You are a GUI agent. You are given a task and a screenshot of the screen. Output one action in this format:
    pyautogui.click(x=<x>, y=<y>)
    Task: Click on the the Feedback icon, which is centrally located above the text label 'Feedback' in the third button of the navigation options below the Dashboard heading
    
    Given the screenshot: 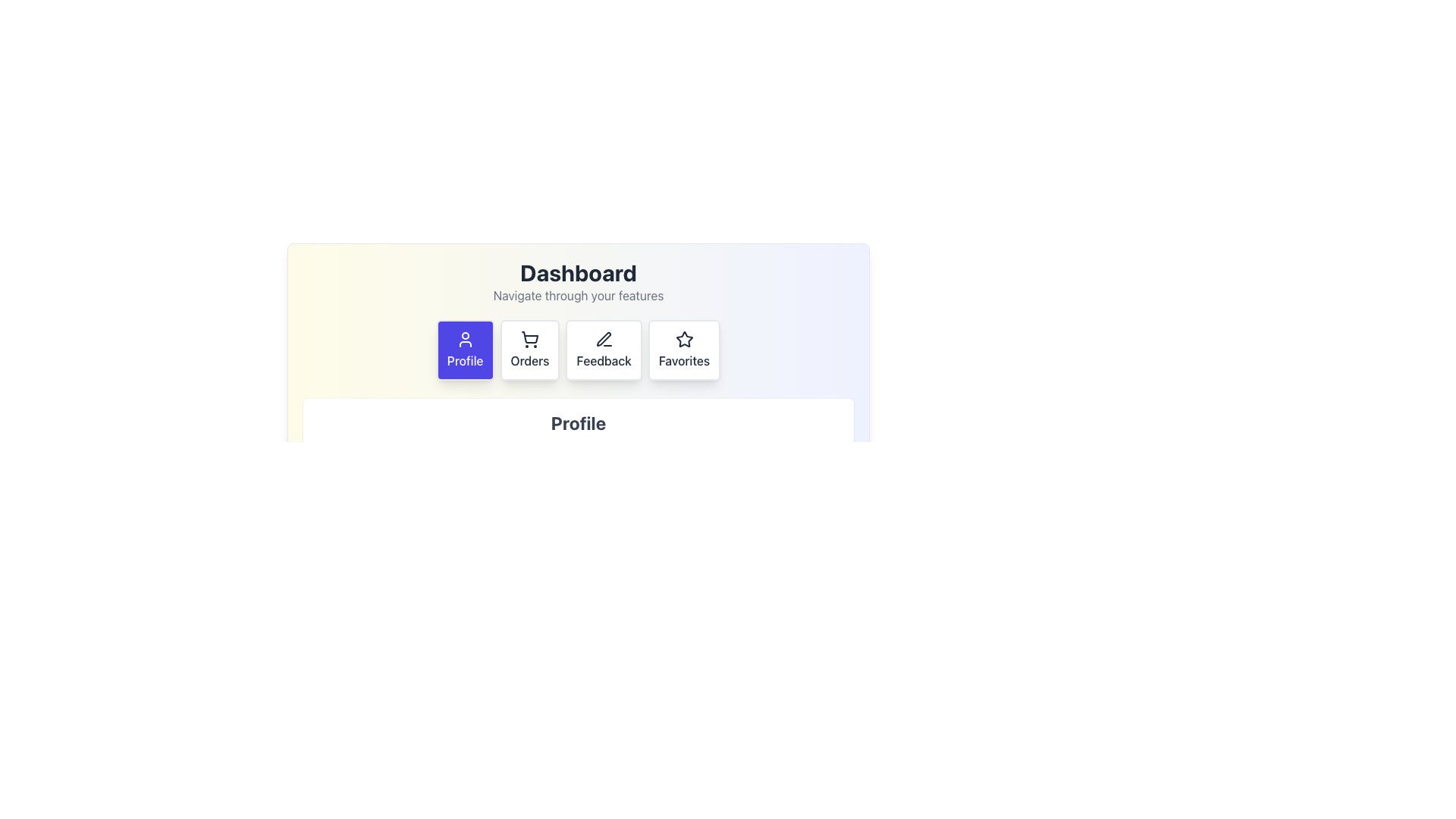 What is the action you would take?
    pyautogui.click(x=603, y=338)
    